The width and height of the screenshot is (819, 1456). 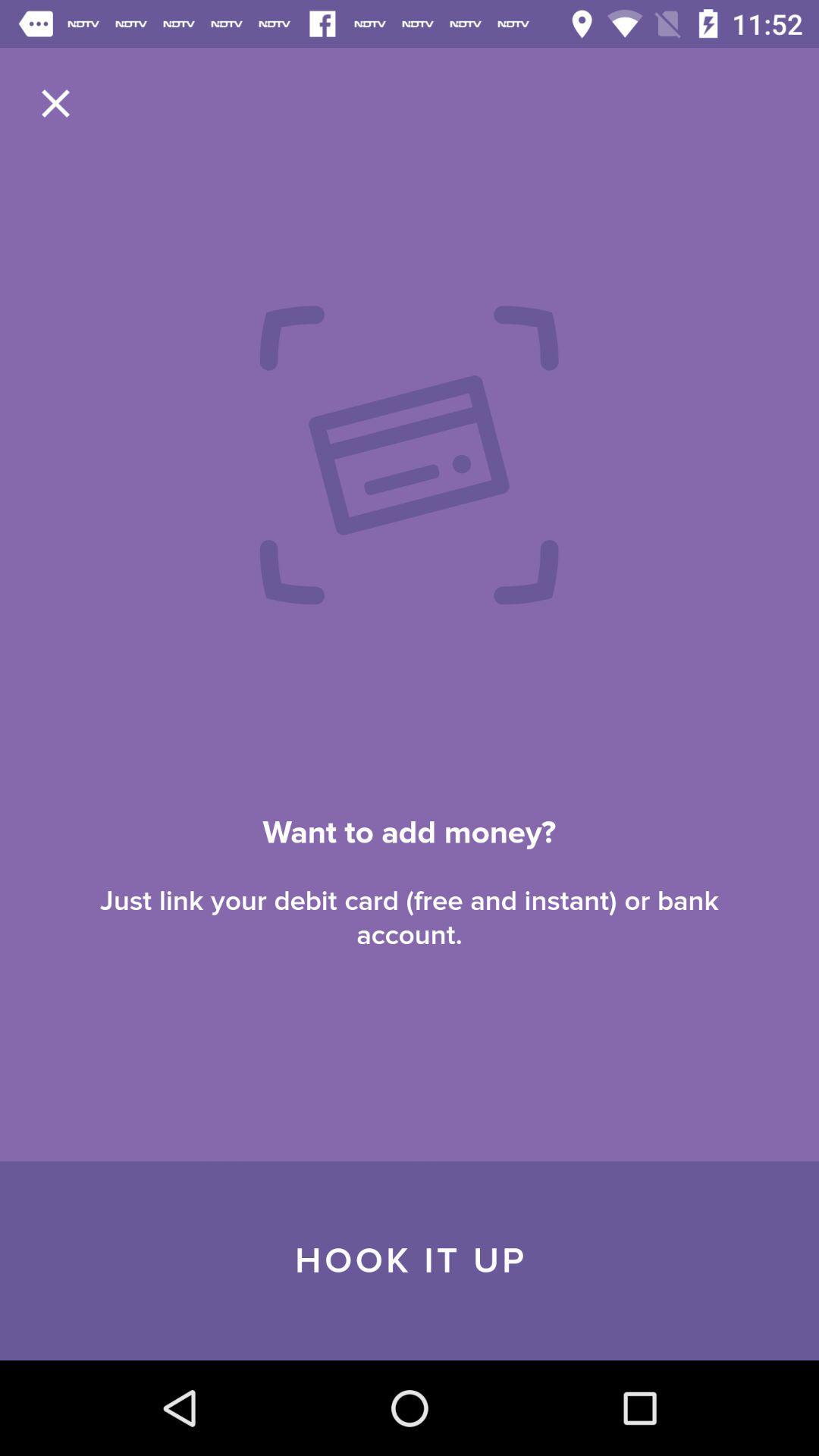 What do you see at coordinates (409, 1260) in the screenshot?
I see `the hook it up item` at bounding box center [409, 1260].